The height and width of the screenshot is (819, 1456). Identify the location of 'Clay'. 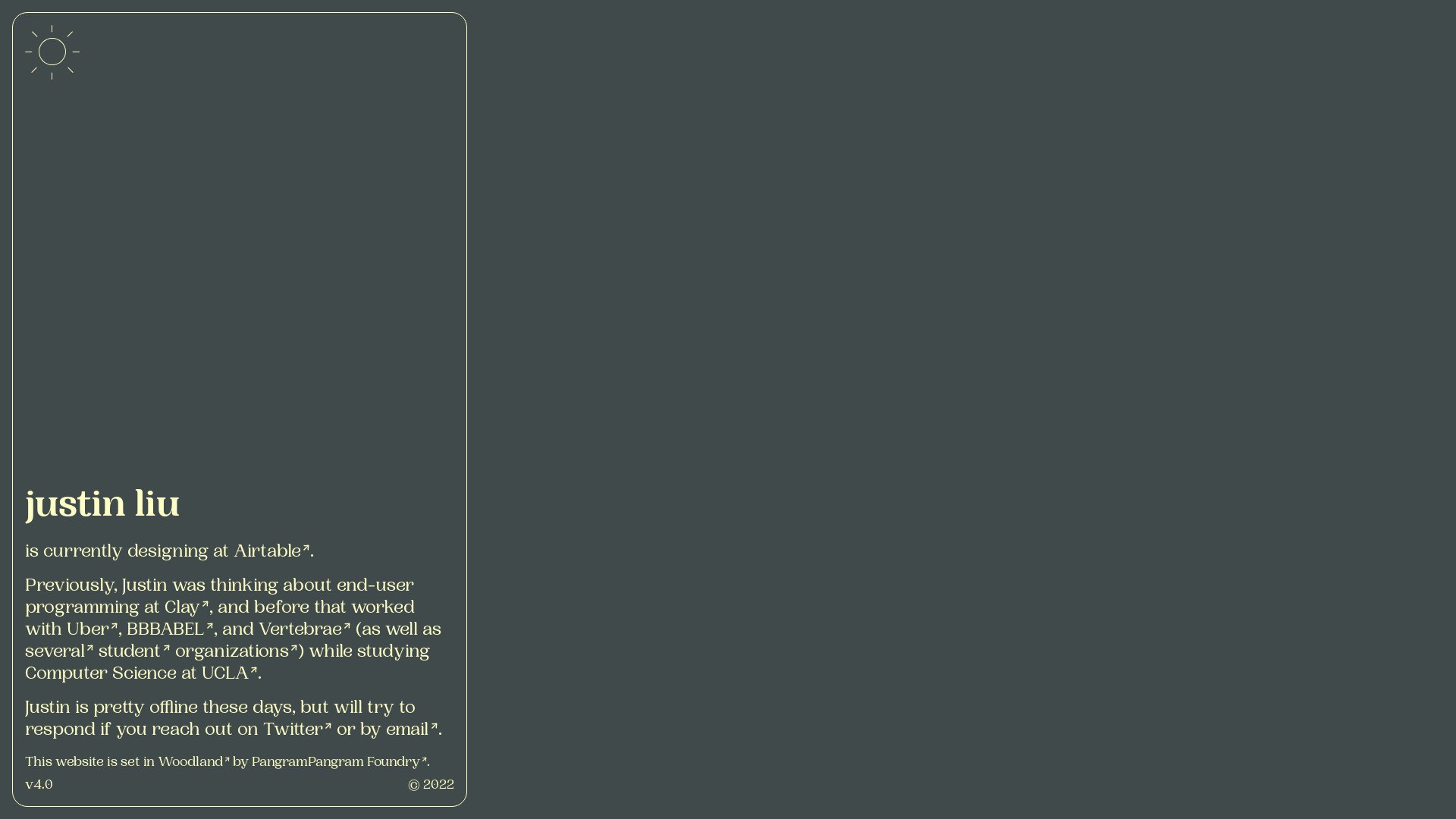
(186, 607).